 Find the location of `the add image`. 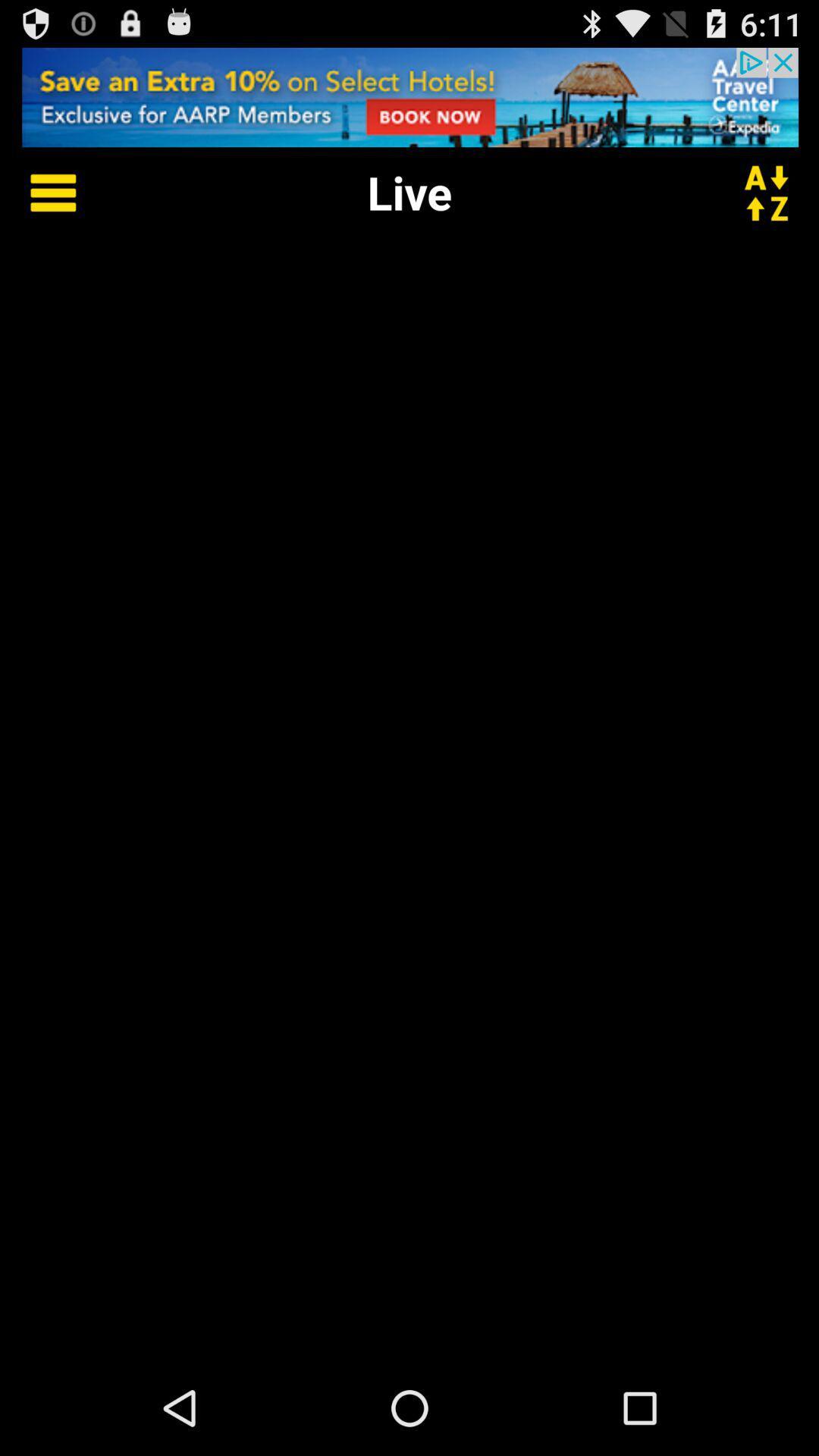

the add image is located at coordinates (409, 96).